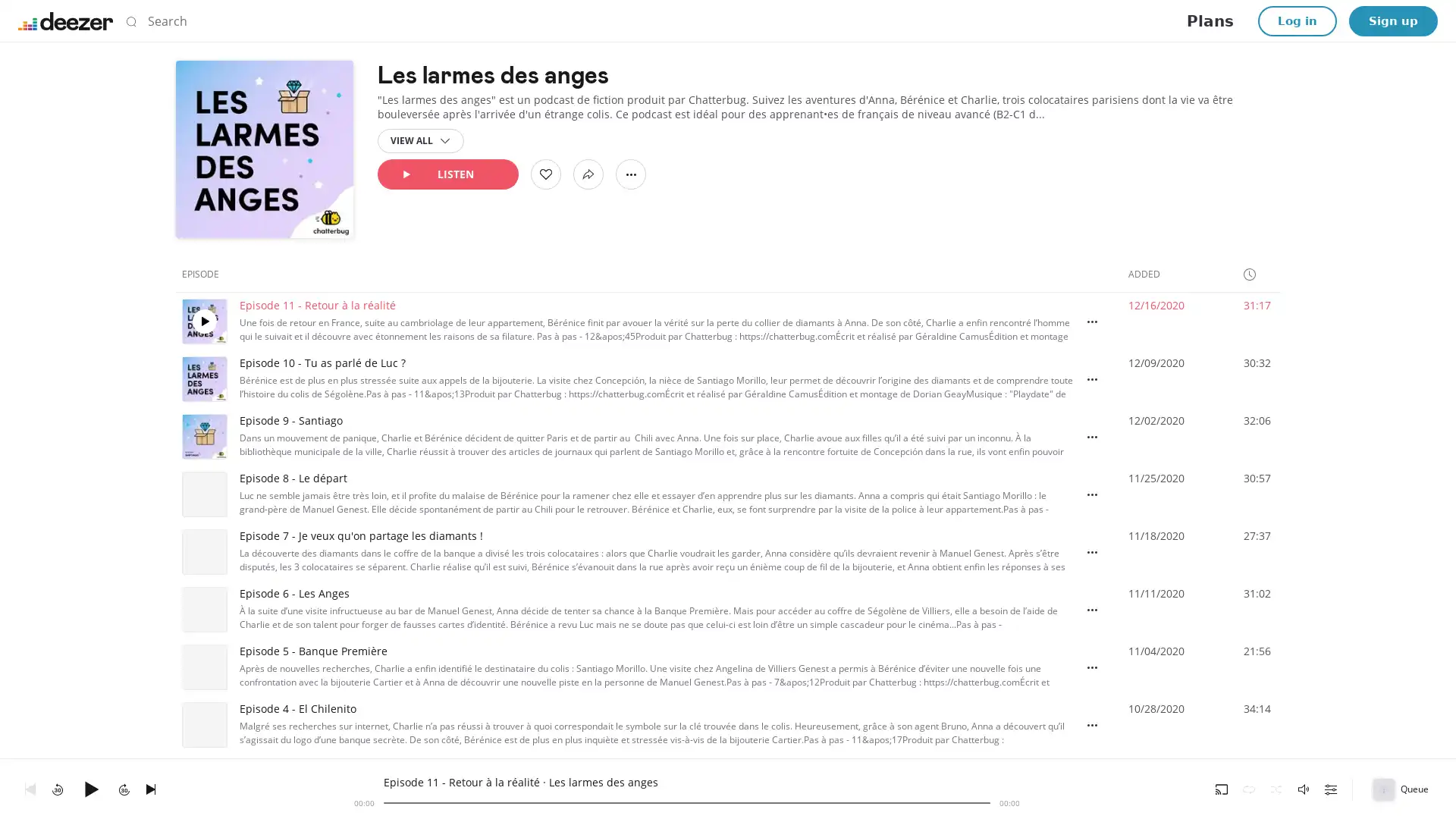 This screenshot has height=819, width=1456. Describe the element at coordinates (421, 140) in the screenshot. I see `VIEW ALL` at that location.